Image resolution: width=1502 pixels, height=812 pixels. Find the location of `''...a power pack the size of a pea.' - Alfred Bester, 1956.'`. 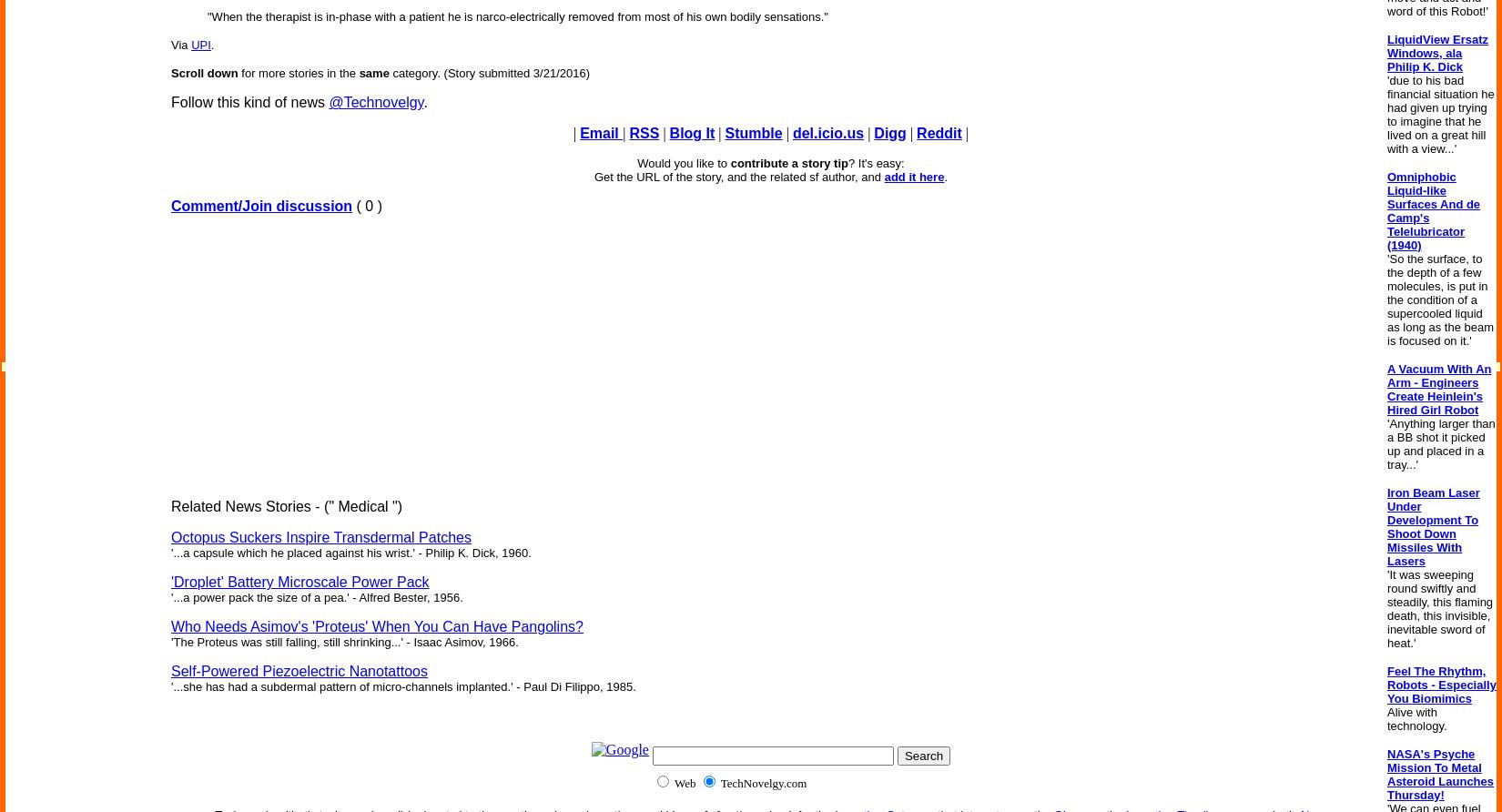

''...a power pack the size of a pea.' - Alfred Bester, 1956.' is located at coordinates (316, 596).